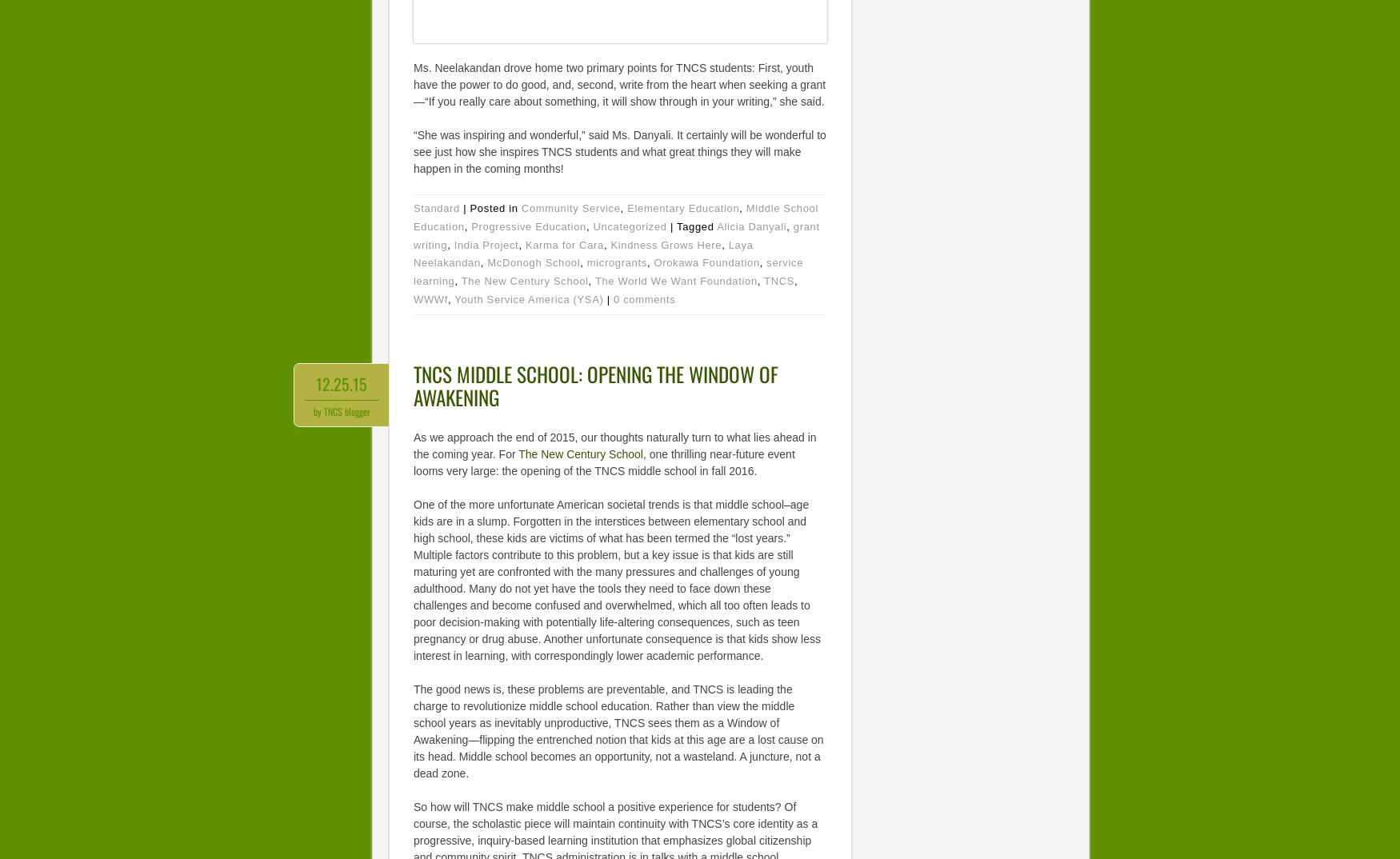 Image resolution: width=1400 pixels, height=859 pixels. What do you see at coordinates (430, 298) in the screenshot?
I see `'WWWf'` at bounding box center [430, 298].